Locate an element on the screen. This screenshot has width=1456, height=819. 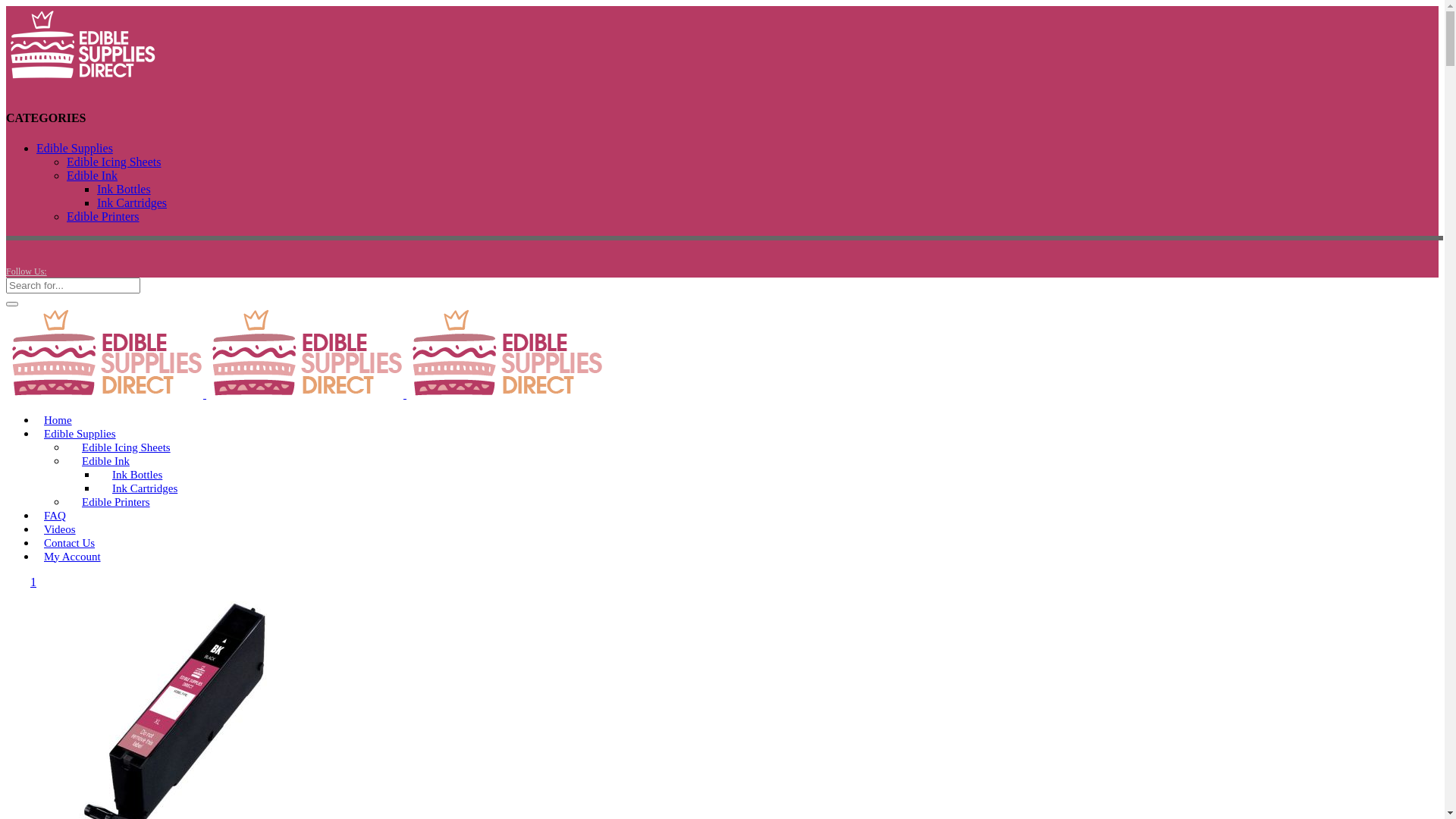
'Contact Us' is located at coordinates (36, 542).